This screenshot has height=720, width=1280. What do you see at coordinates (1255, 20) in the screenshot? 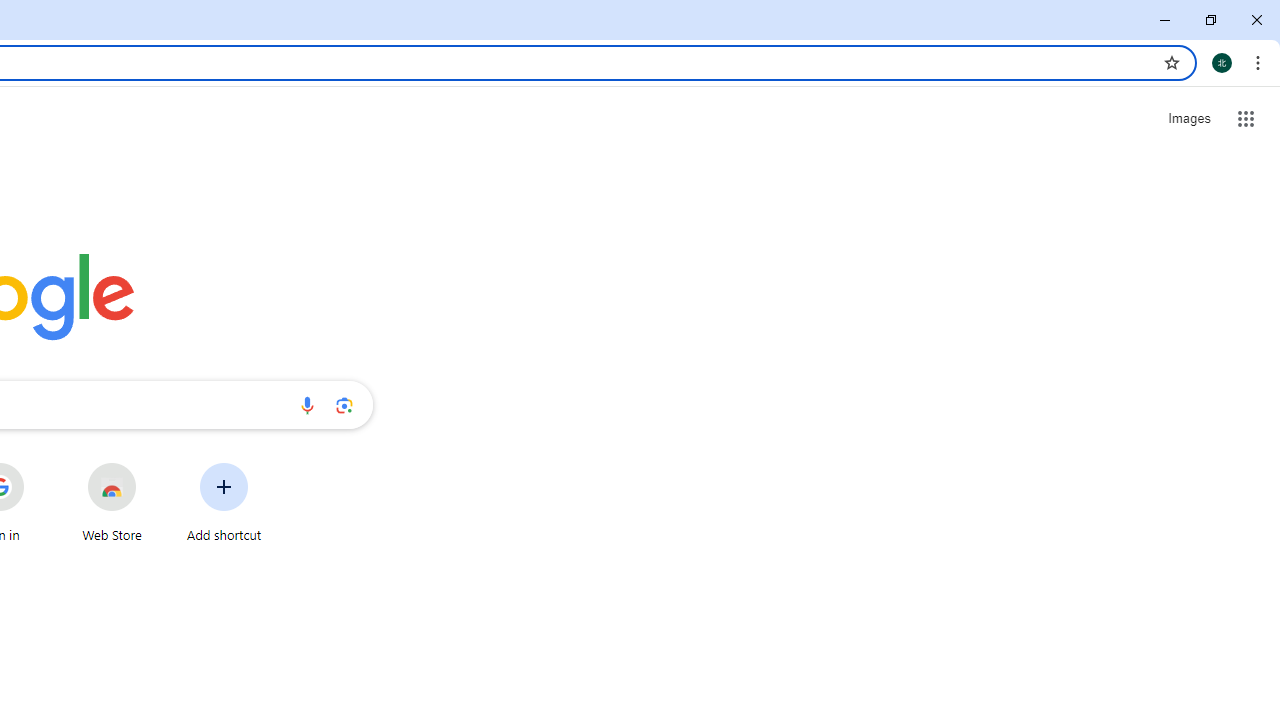
I see `'Close'` at bounding box center [1255, 20].